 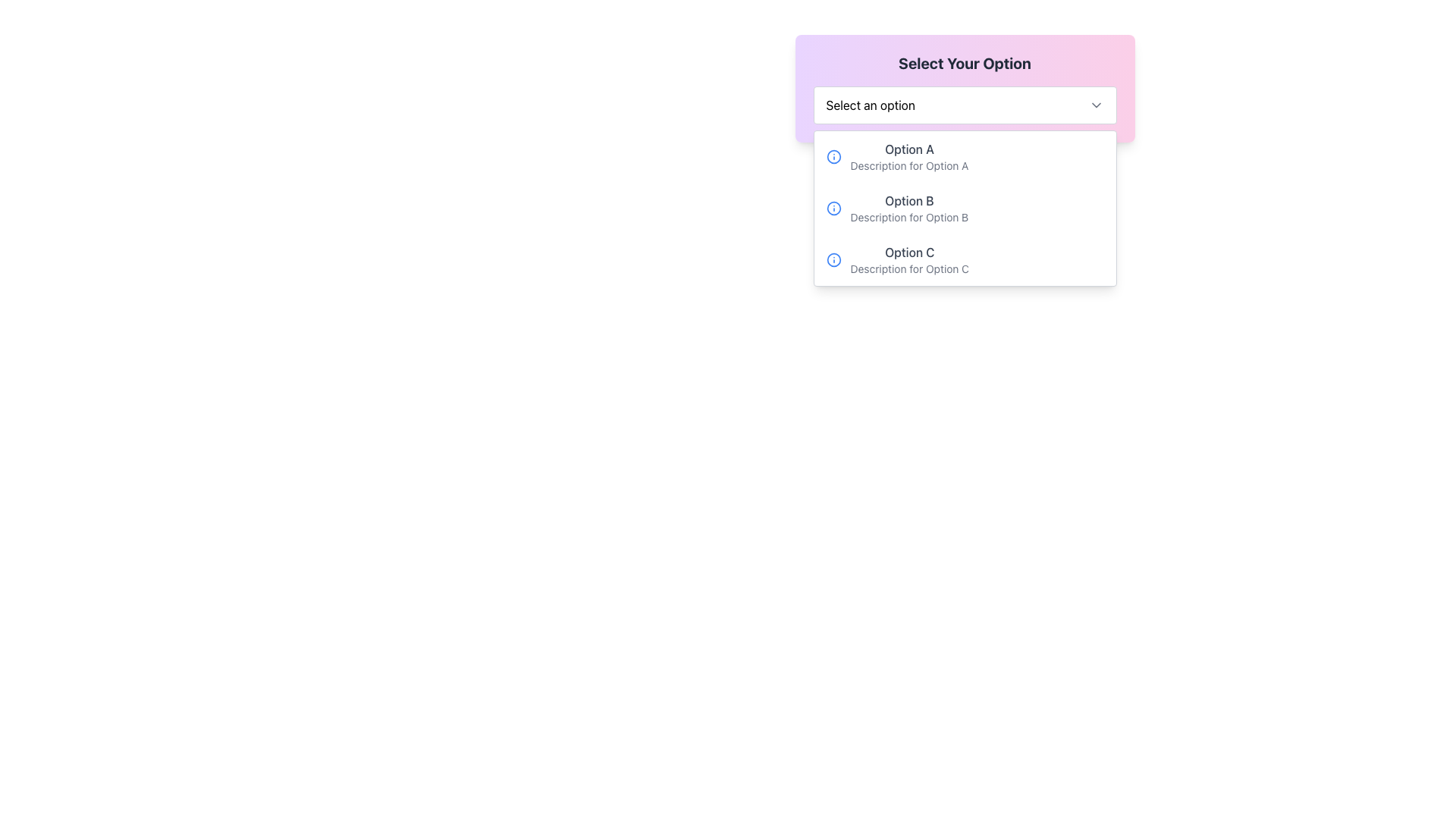 What do you see at coordinates (964, 208) in the screenshot?
I see `selectable option labeled 'Option B' in the dropdown menu, which is the second item in the list` at bounding box center [964, 208].